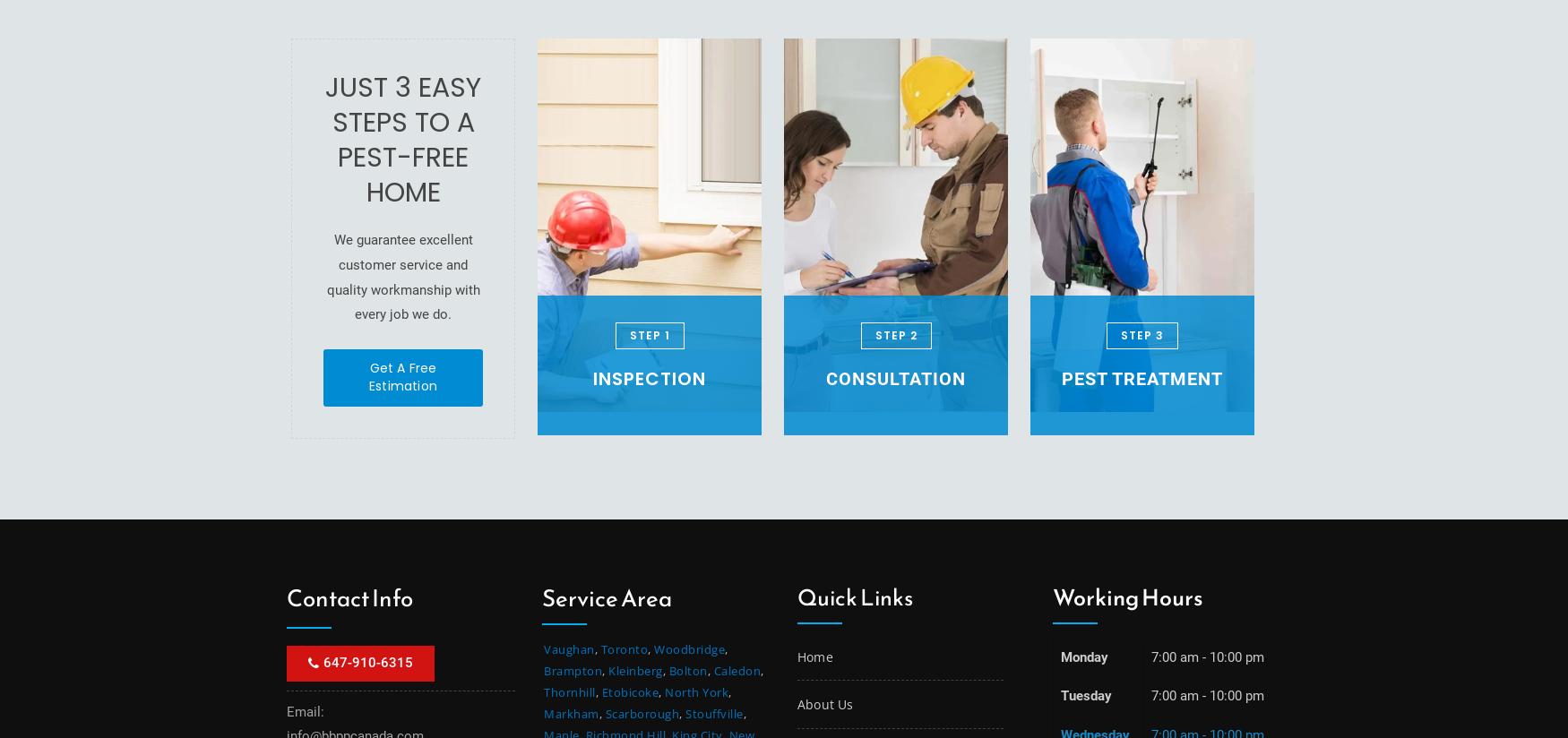 The image size is (1568, 738). What do you see at coordinates (668, 670) in the screenshot?
I see `'Bolton'` at bounding box center [668, 670].